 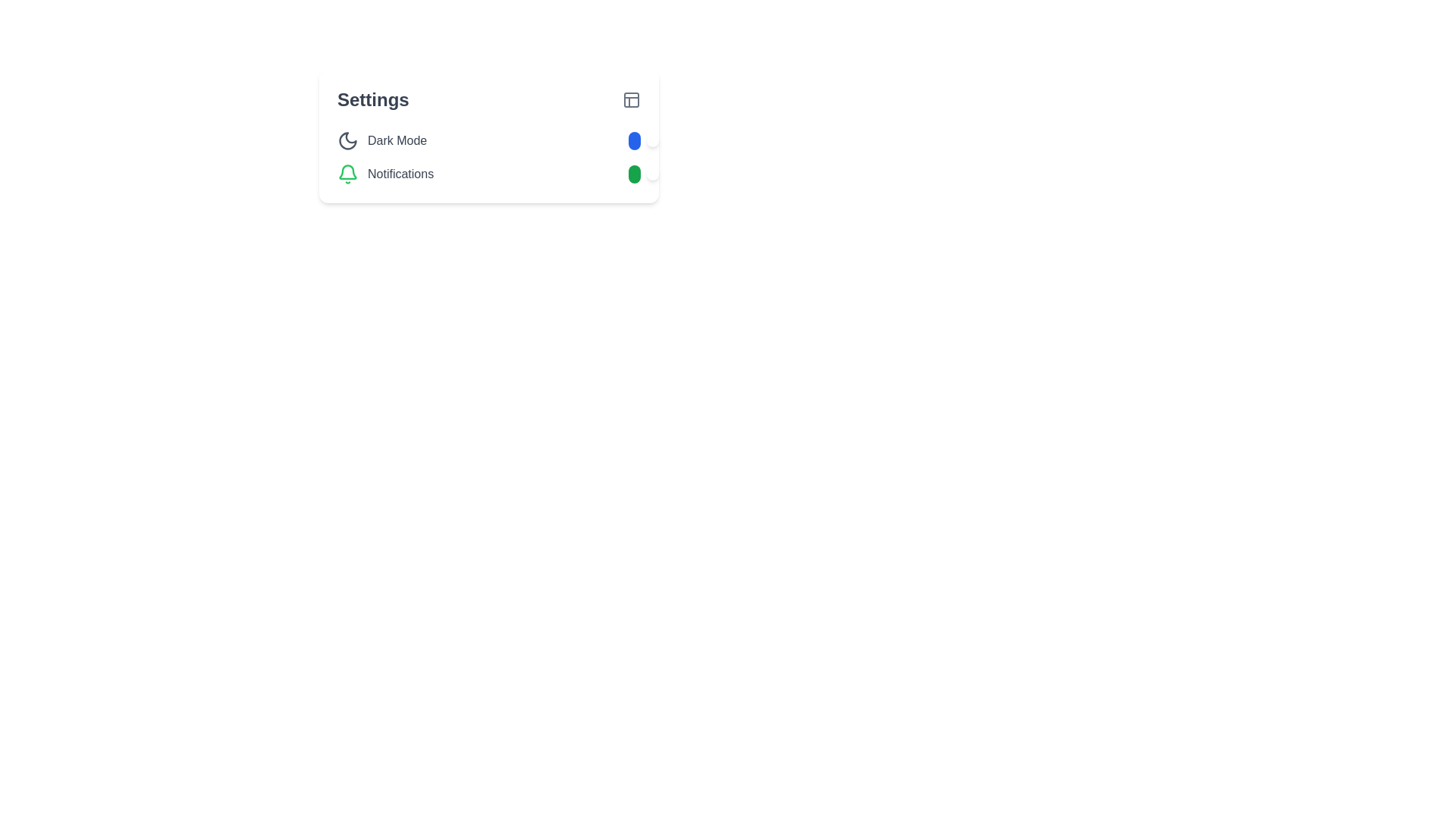 What do you see at coordinates (347, 140) in the screenshot?
I see `the Dark Mode icon located at the top-left region of the settings panel, which is visually linked to the 'Dark Mode' text label` at bounding box center [347, 140].